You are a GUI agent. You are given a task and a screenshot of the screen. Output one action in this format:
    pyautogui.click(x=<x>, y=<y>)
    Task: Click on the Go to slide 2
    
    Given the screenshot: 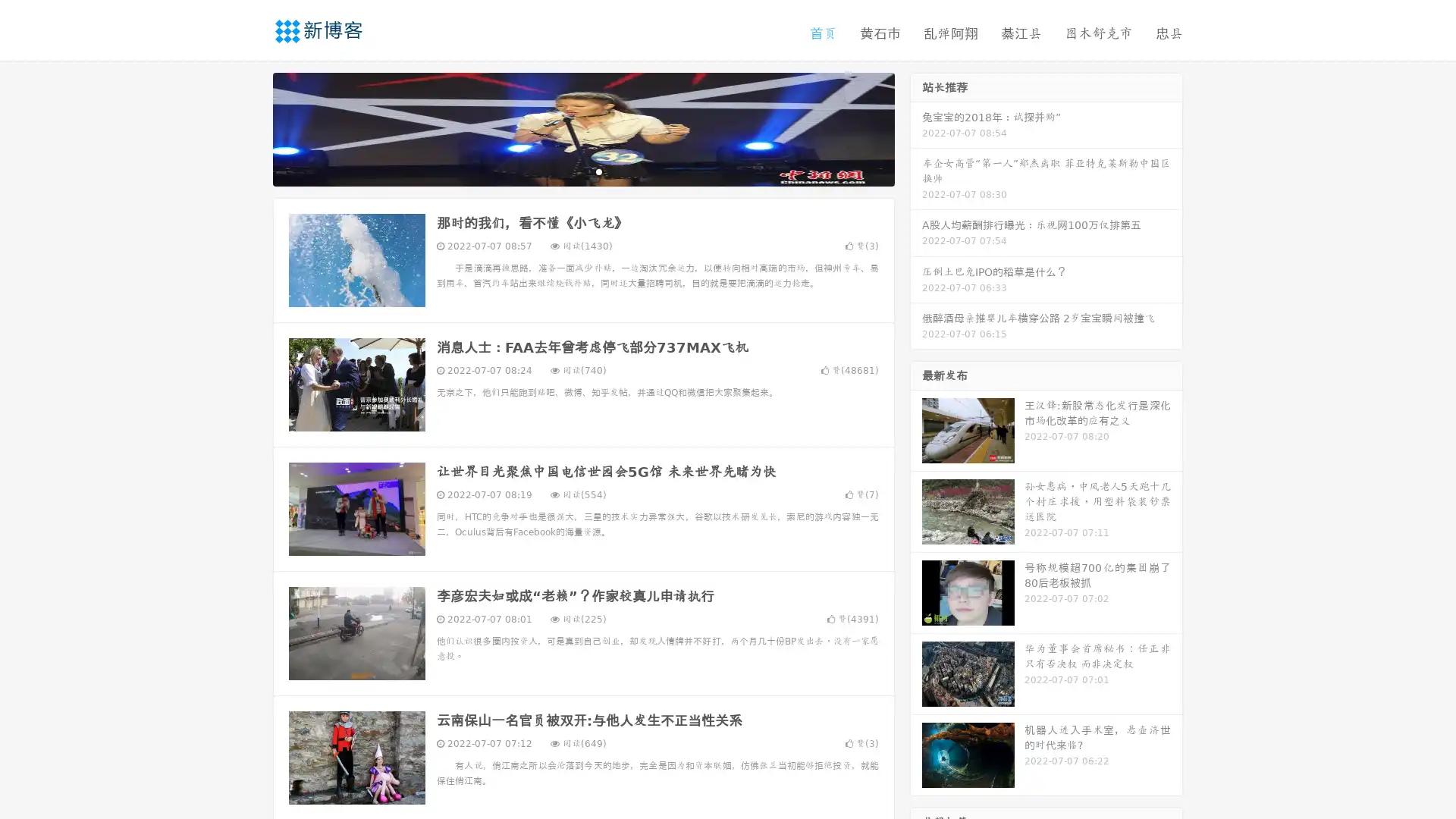 What is the action you would take?
    pyautogui.click(x=582, y=171)
    